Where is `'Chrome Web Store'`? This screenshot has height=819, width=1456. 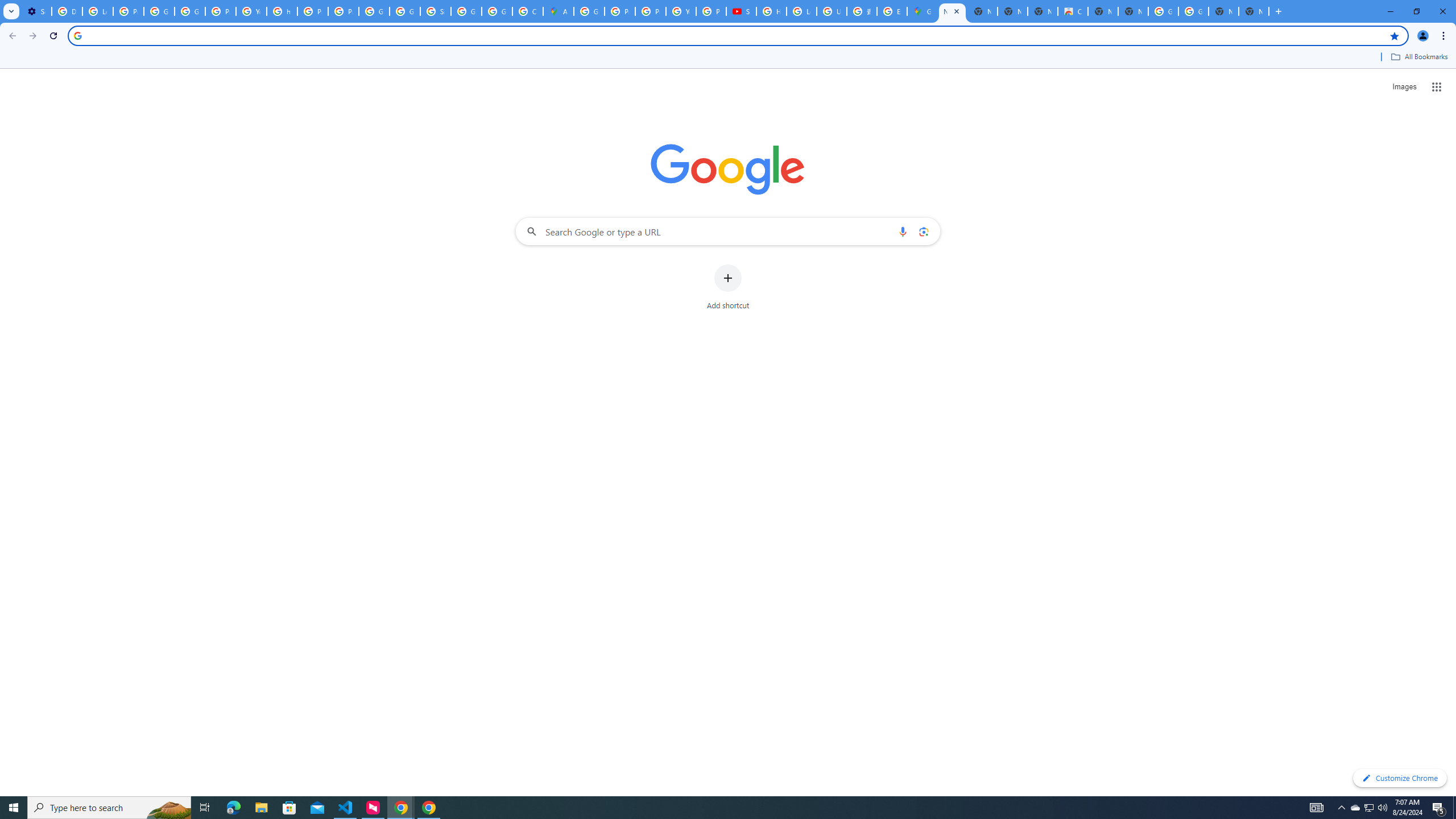
'Chrome Web Store' is located at coordinates (1073, 11).